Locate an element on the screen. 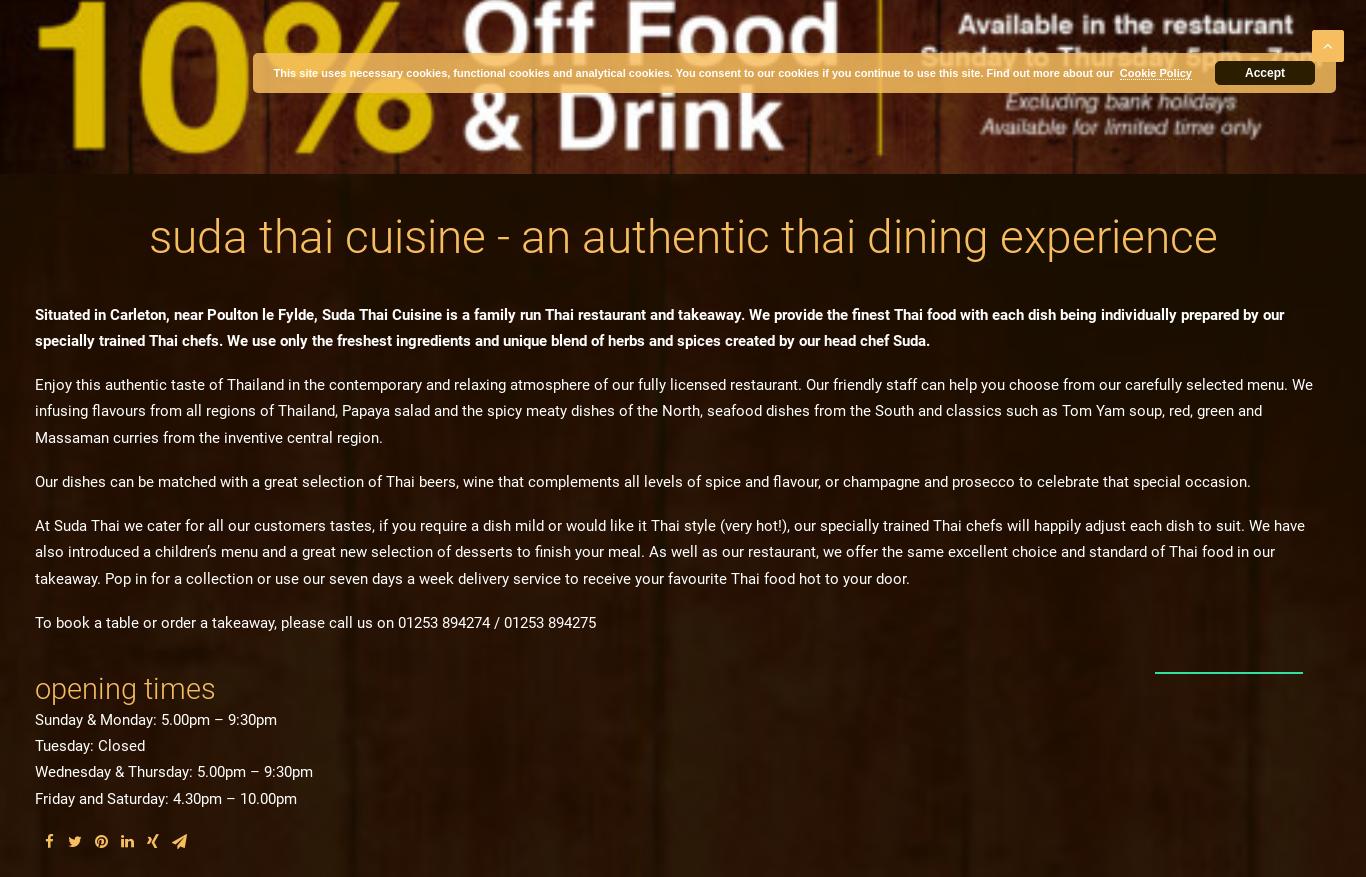  'Situated in Carleton, near Poulton le Fylde, Suda Thai Cuisine is a family run Thai restaurant and takeaway. We provide the finest Thai food with each dish being individually prepared by our specially trained Thai chefs. We use only the freshest ingredients and unique blend of herbs and spices created by our head chef Suda.' is located at coordinates (34, 326).